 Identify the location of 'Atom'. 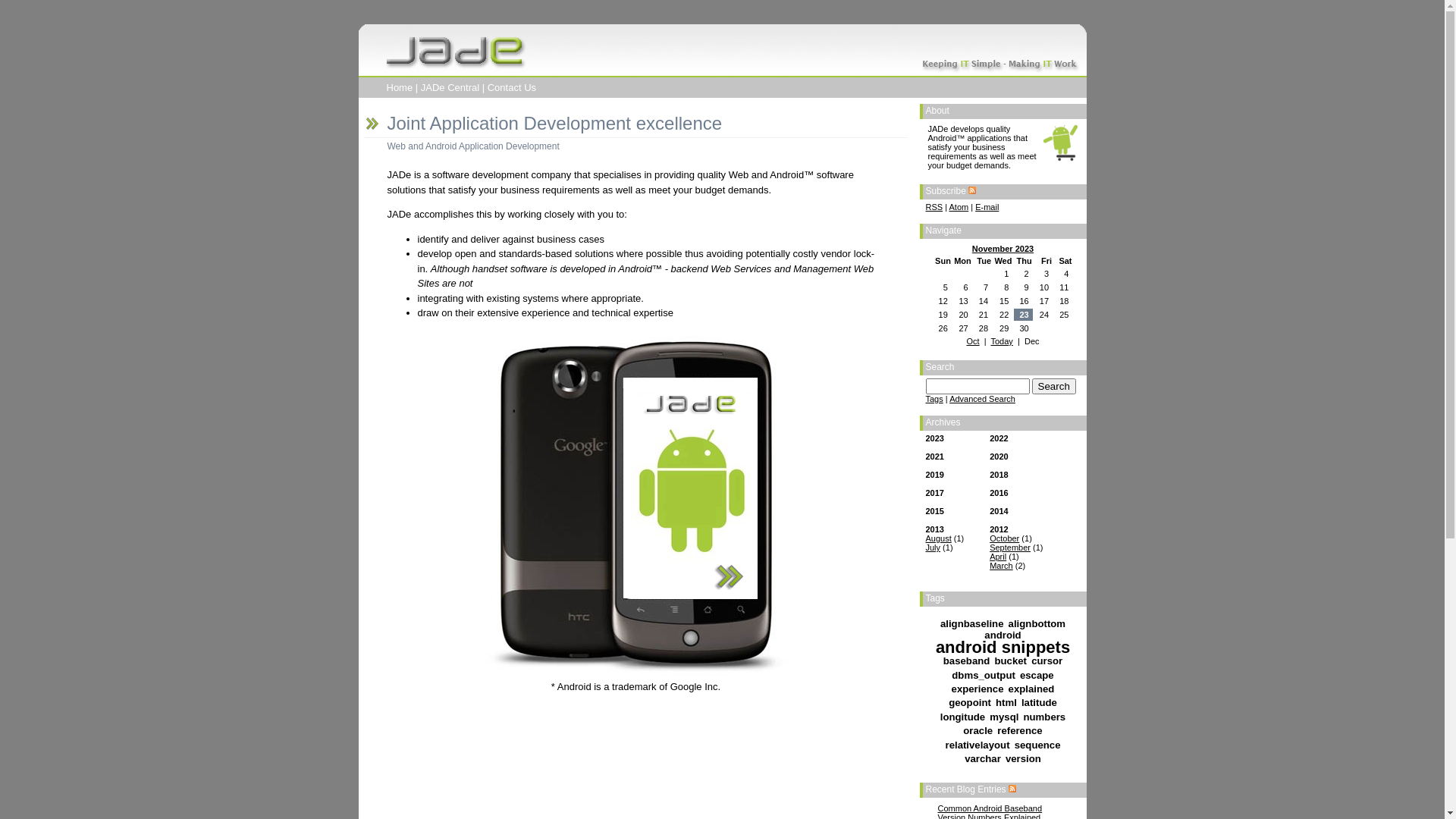
(949, 207).